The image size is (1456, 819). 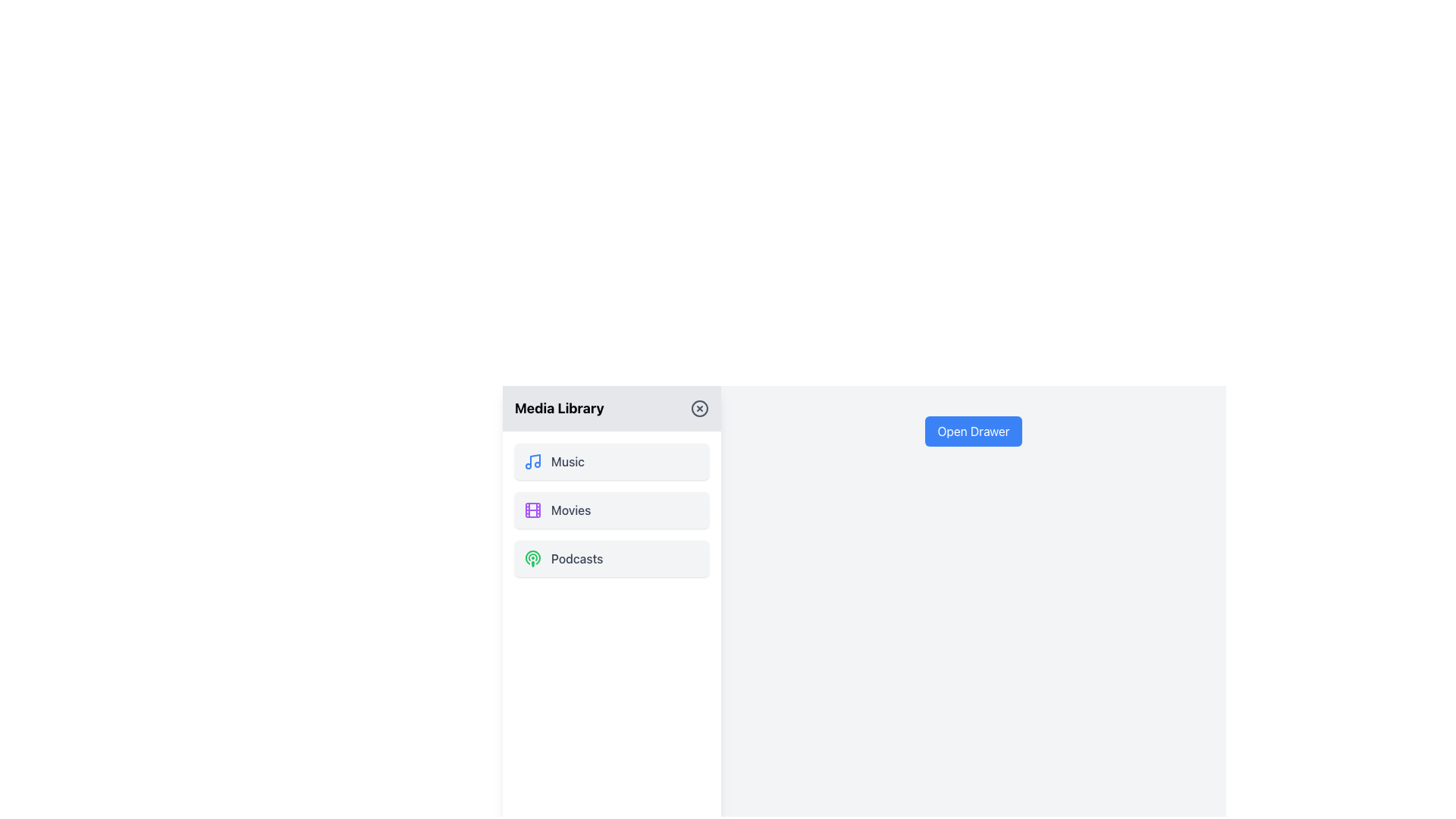 What do you see at coordinates (698, 408) in the screenshot?
I see `the decorative or structural component of the close action button located at the top-right corner of the Media Library panel` at bounding box center [698, 408].